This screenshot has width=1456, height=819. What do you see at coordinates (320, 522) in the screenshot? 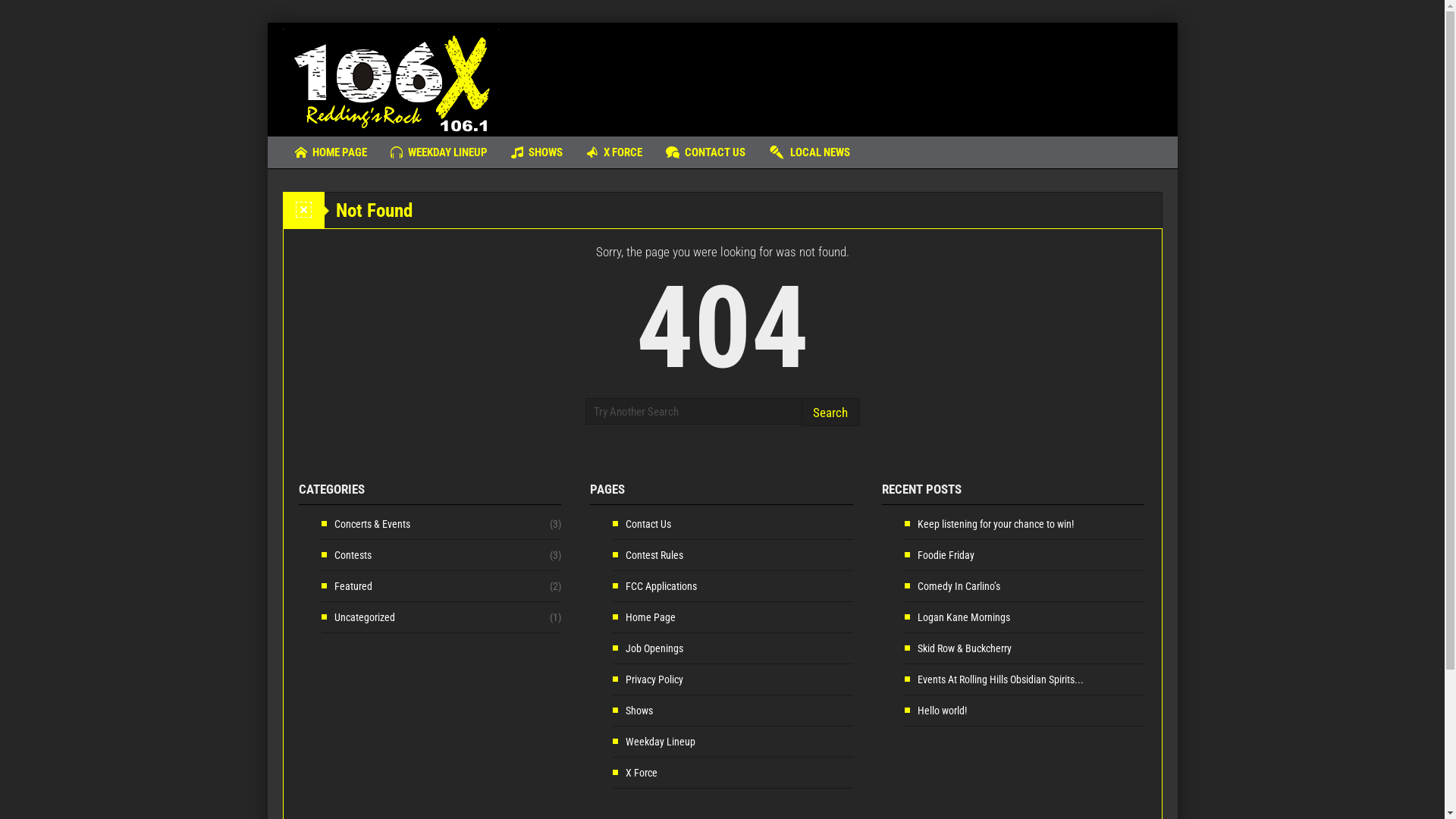
I see `'Concerts & Events'` at bounding box center [320, 522].